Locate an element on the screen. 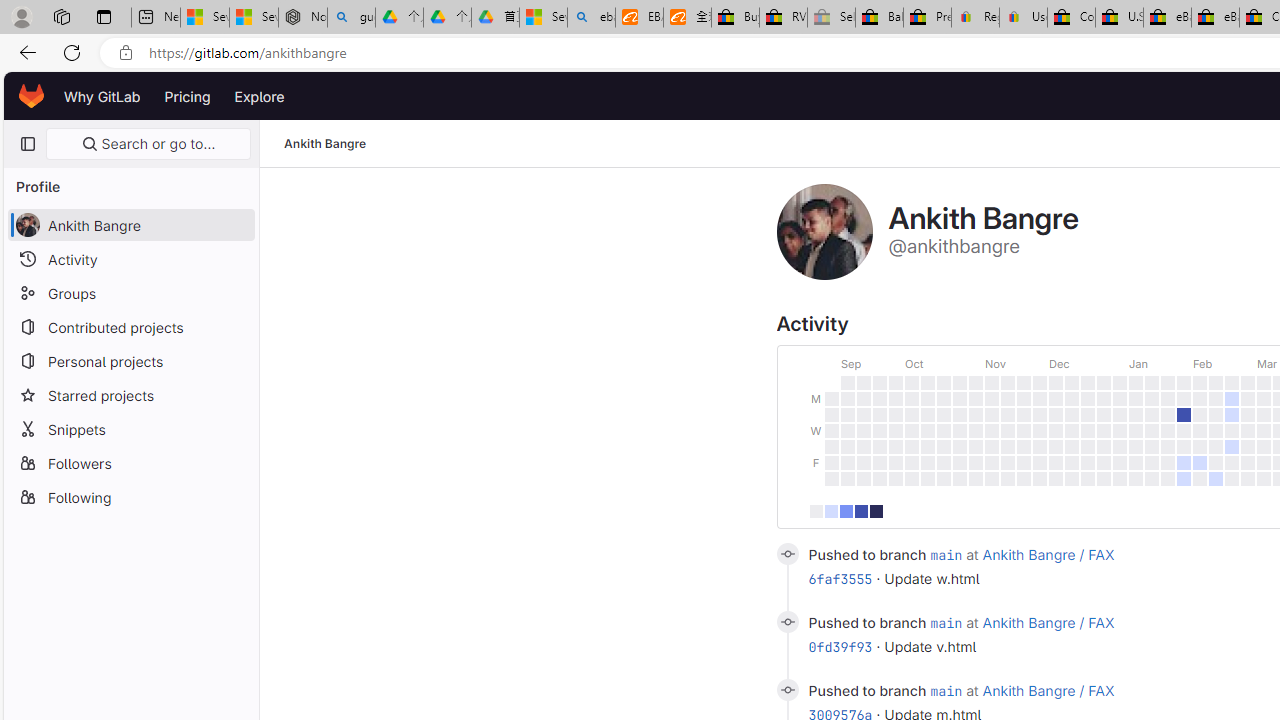  'Primary navigation sidebar' is located at coordinates (27, 143).